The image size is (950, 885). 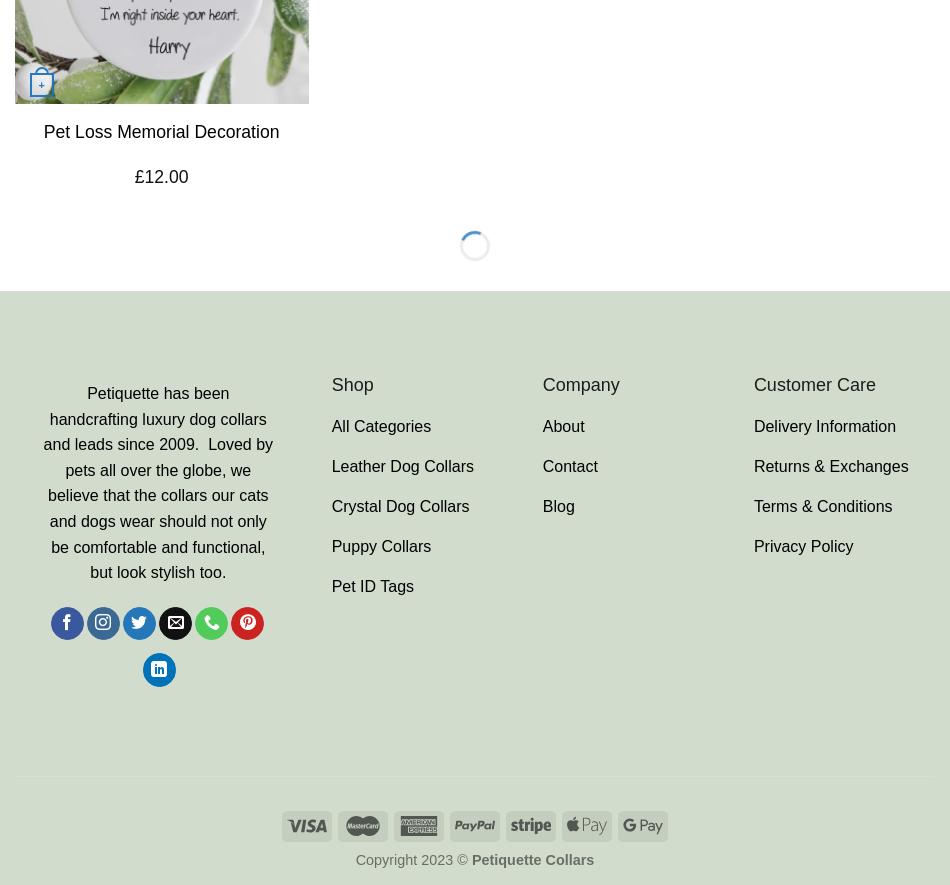 What do you see at coordinates (829, 464) in the screenshot?
I see `'Returns & Exchanges'` at bounding box center [829, 464].